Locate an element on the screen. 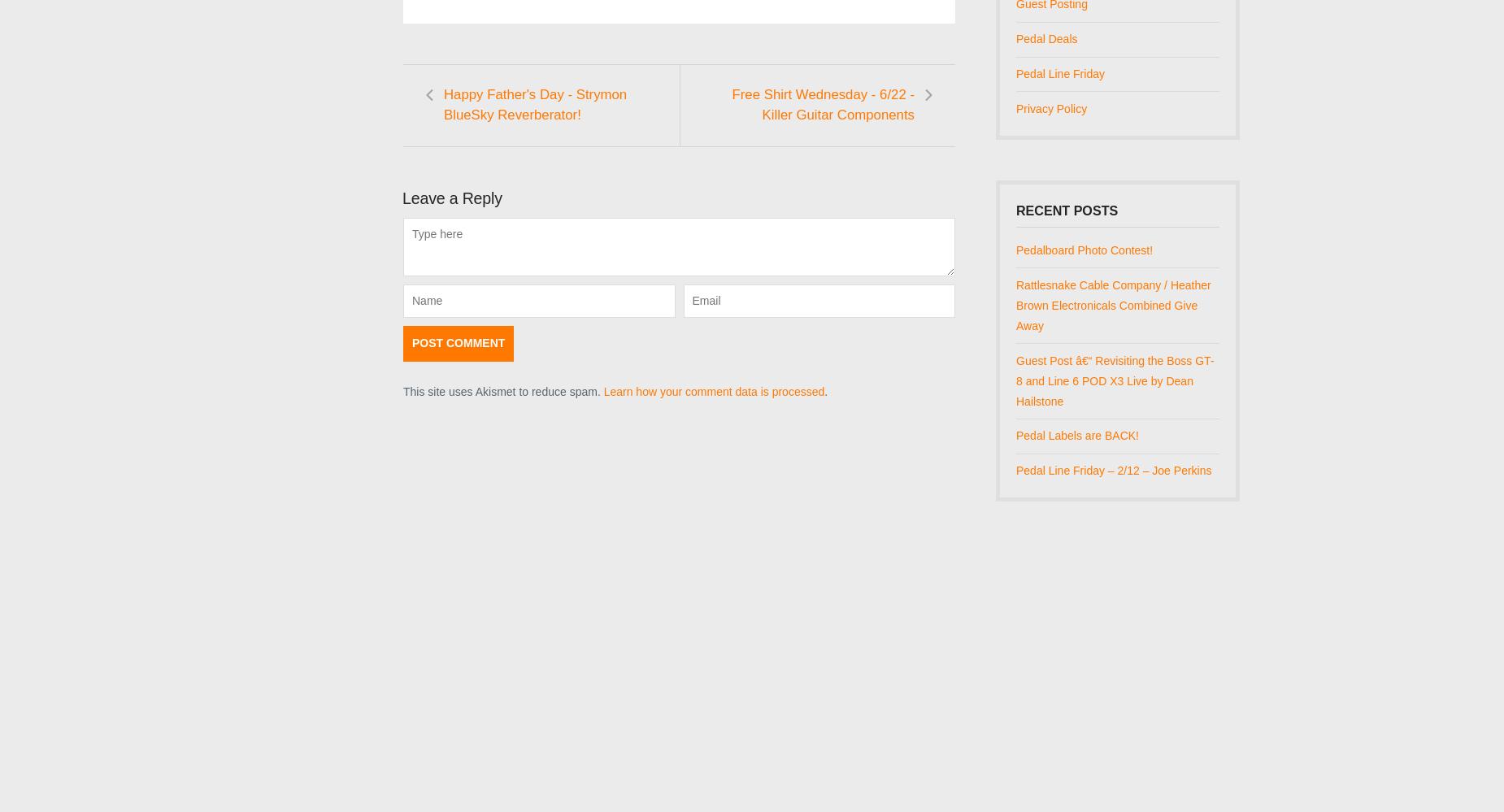  'Privacy Policy' is located at coordinates (1050, 107).